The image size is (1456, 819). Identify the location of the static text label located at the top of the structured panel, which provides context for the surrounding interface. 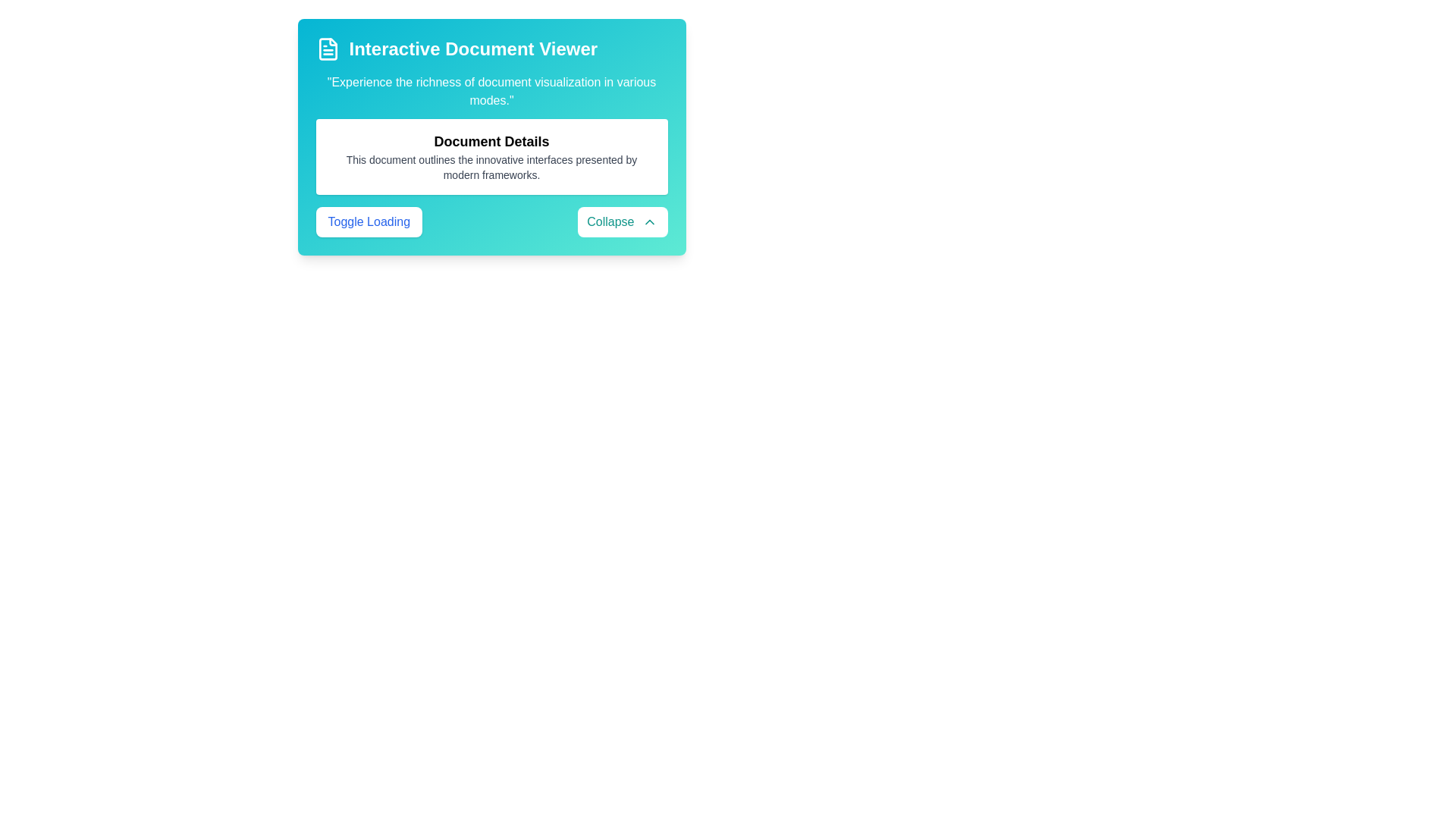
(491, 91).